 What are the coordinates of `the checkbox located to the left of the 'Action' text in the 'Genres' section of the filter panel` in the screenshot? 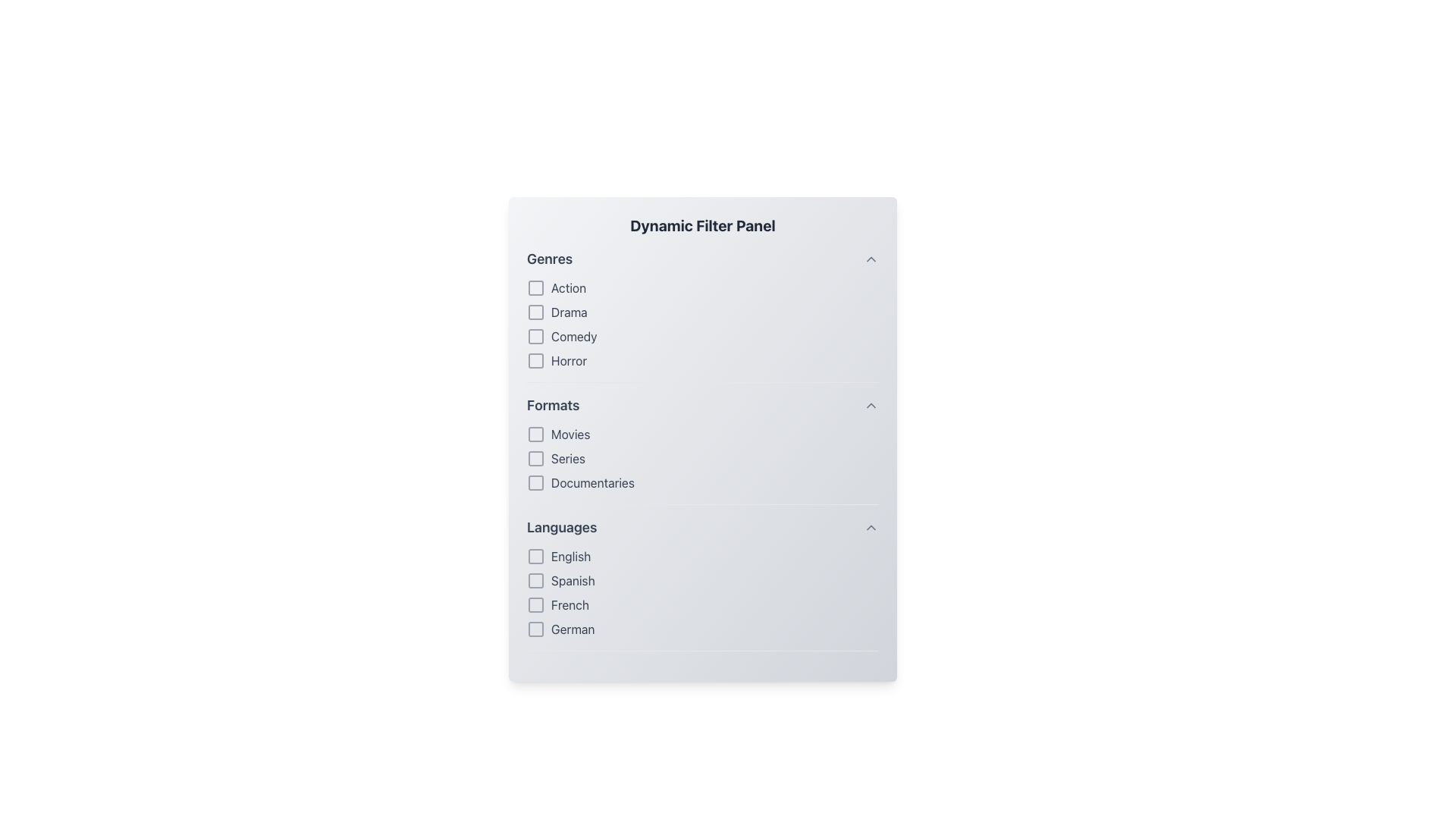 It's located at (535, 288).